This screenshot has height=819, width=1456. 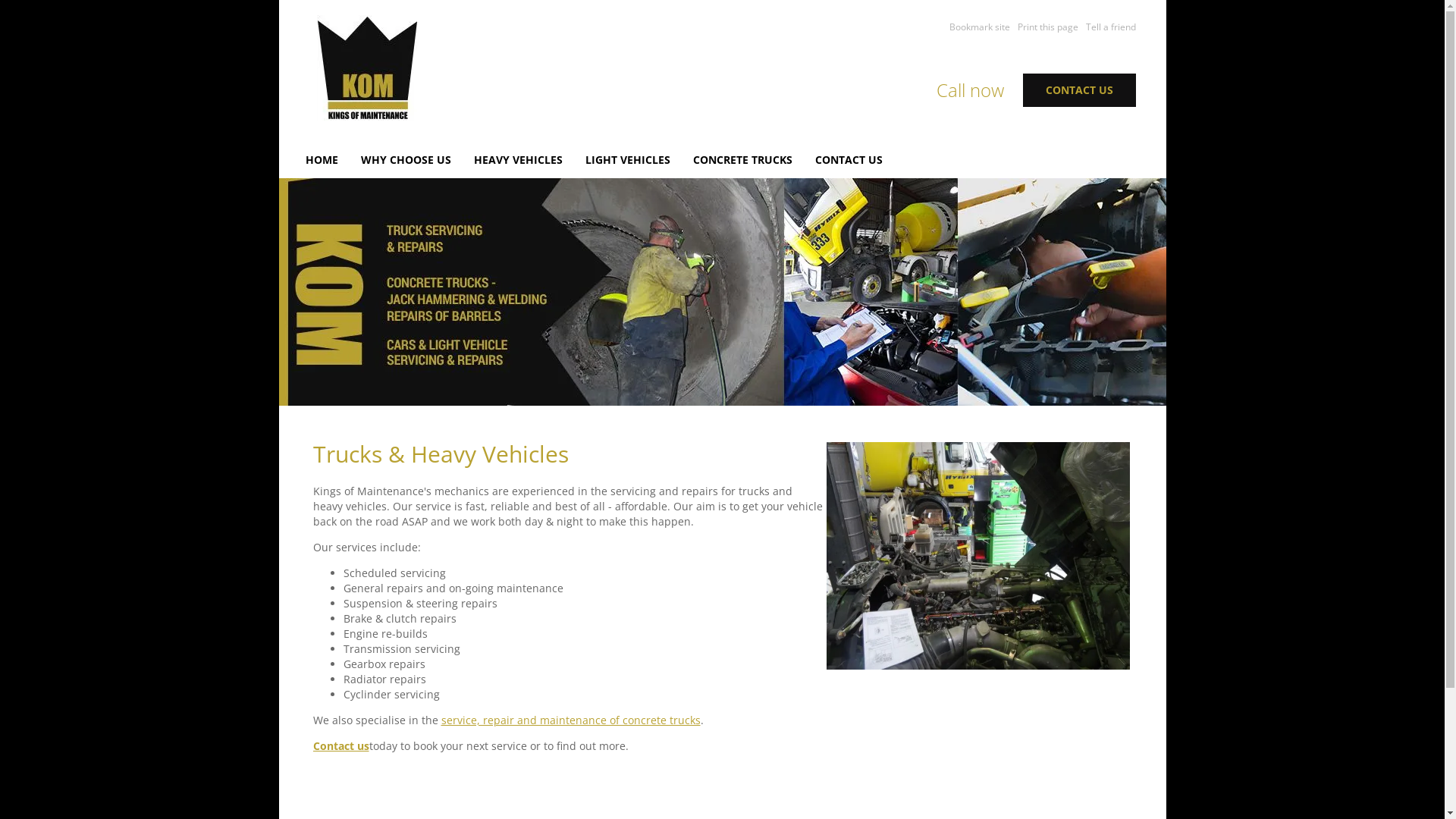 I want to click on 'service, repair and maintenance of concrete trucks', so click(x=570, y=719).